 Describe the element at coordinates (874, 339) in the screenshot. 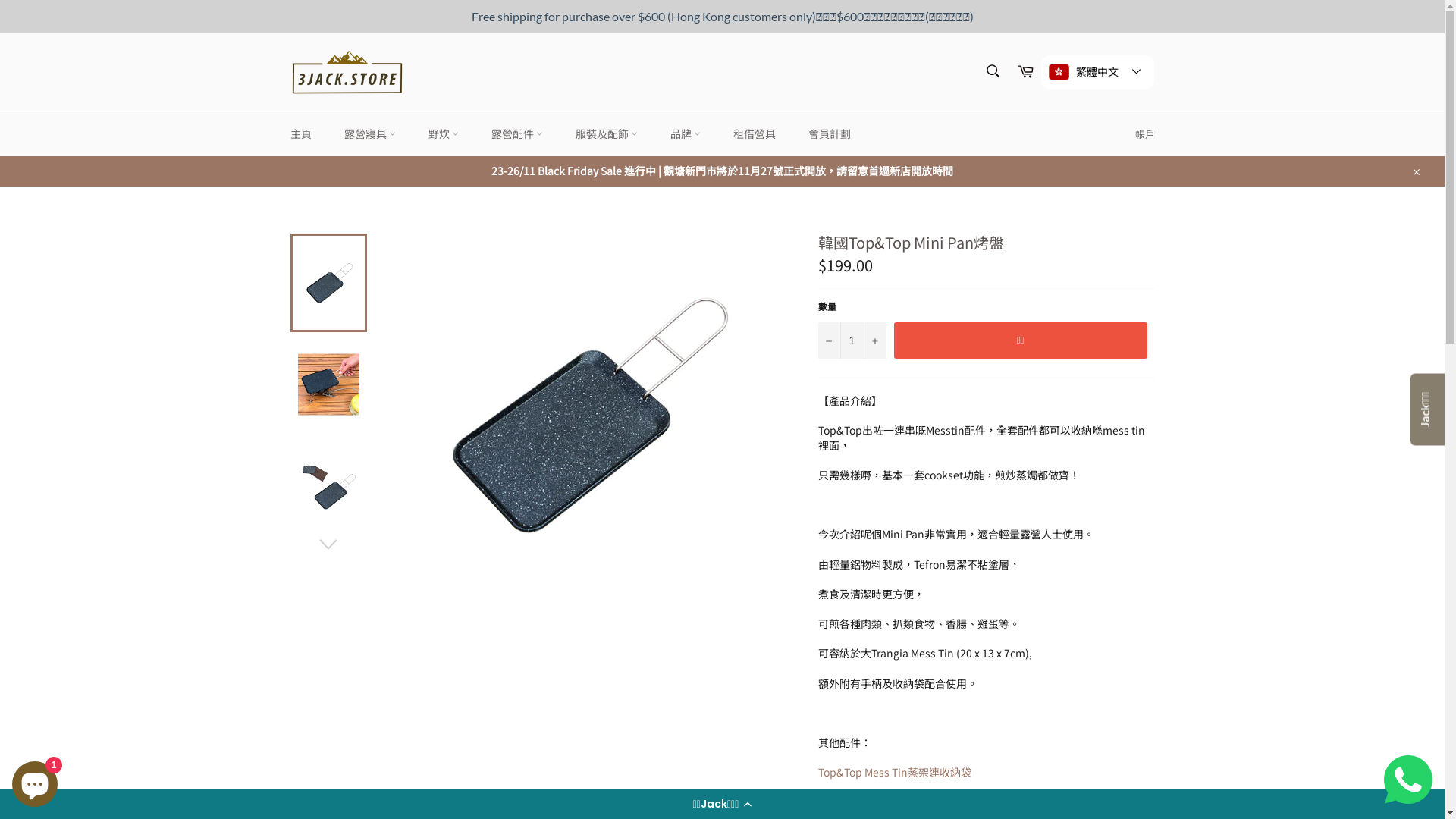

I see `'+'` at that location.